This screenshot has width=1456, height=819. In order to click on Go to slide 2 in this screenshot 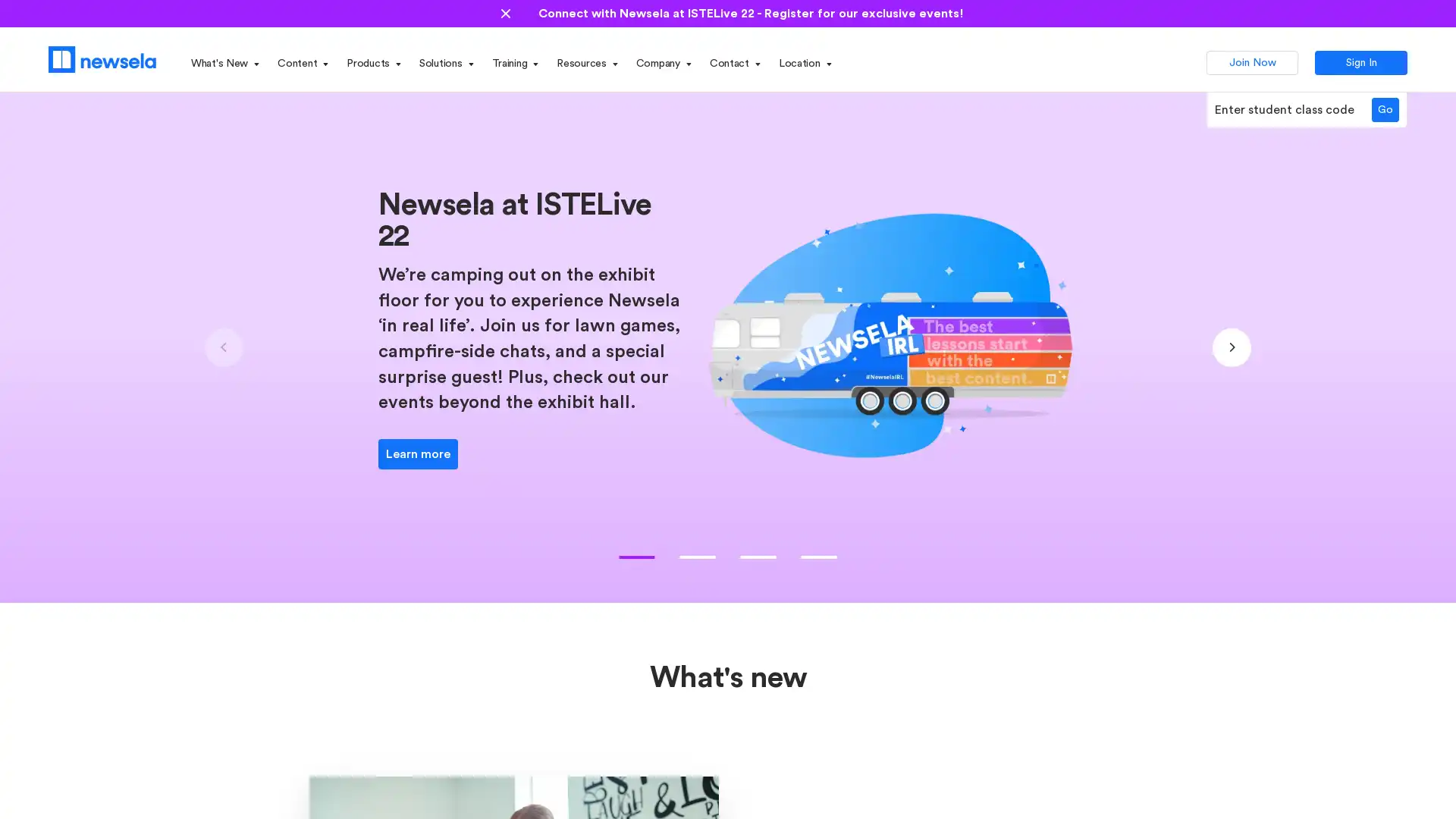, I will do `click(758, 557)`.